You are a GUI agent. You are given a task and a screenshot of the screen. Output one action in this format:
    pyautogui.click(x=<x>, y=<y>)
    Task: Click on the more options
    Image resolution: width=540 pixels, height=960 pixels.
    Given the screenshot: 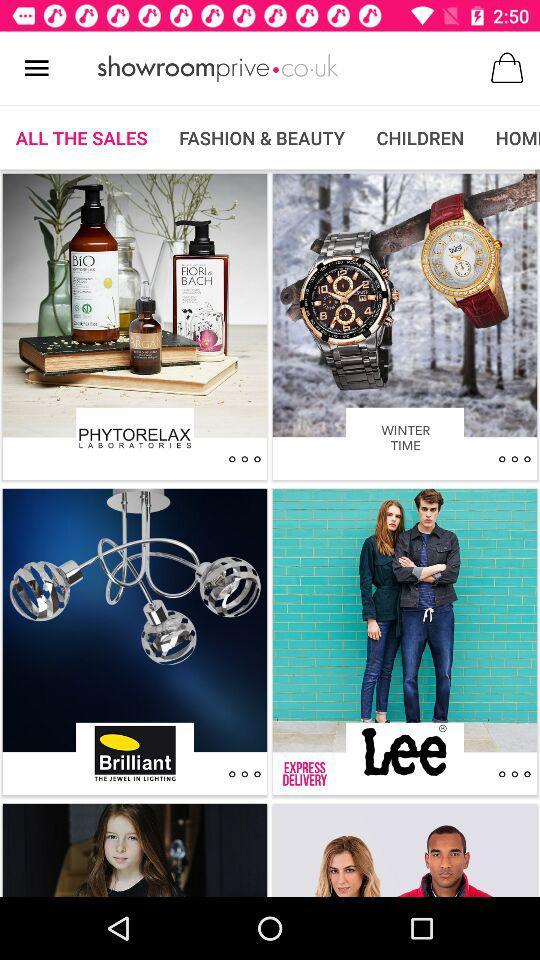 What is the action you would take?
    pyautogui.click(x=244, y=459)
    